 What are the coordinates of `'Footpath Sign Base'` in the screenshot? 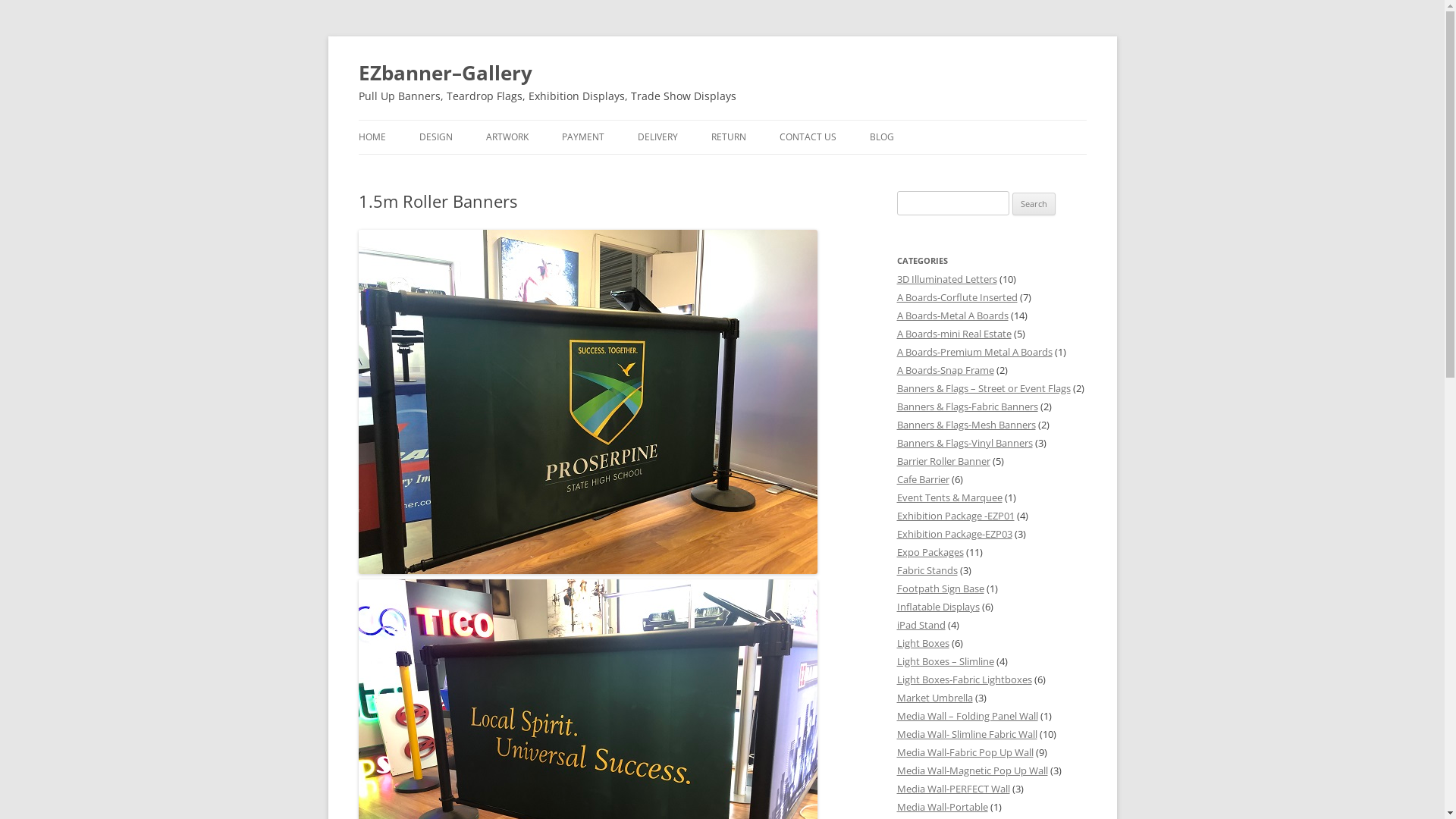 It's located at (939, 587).